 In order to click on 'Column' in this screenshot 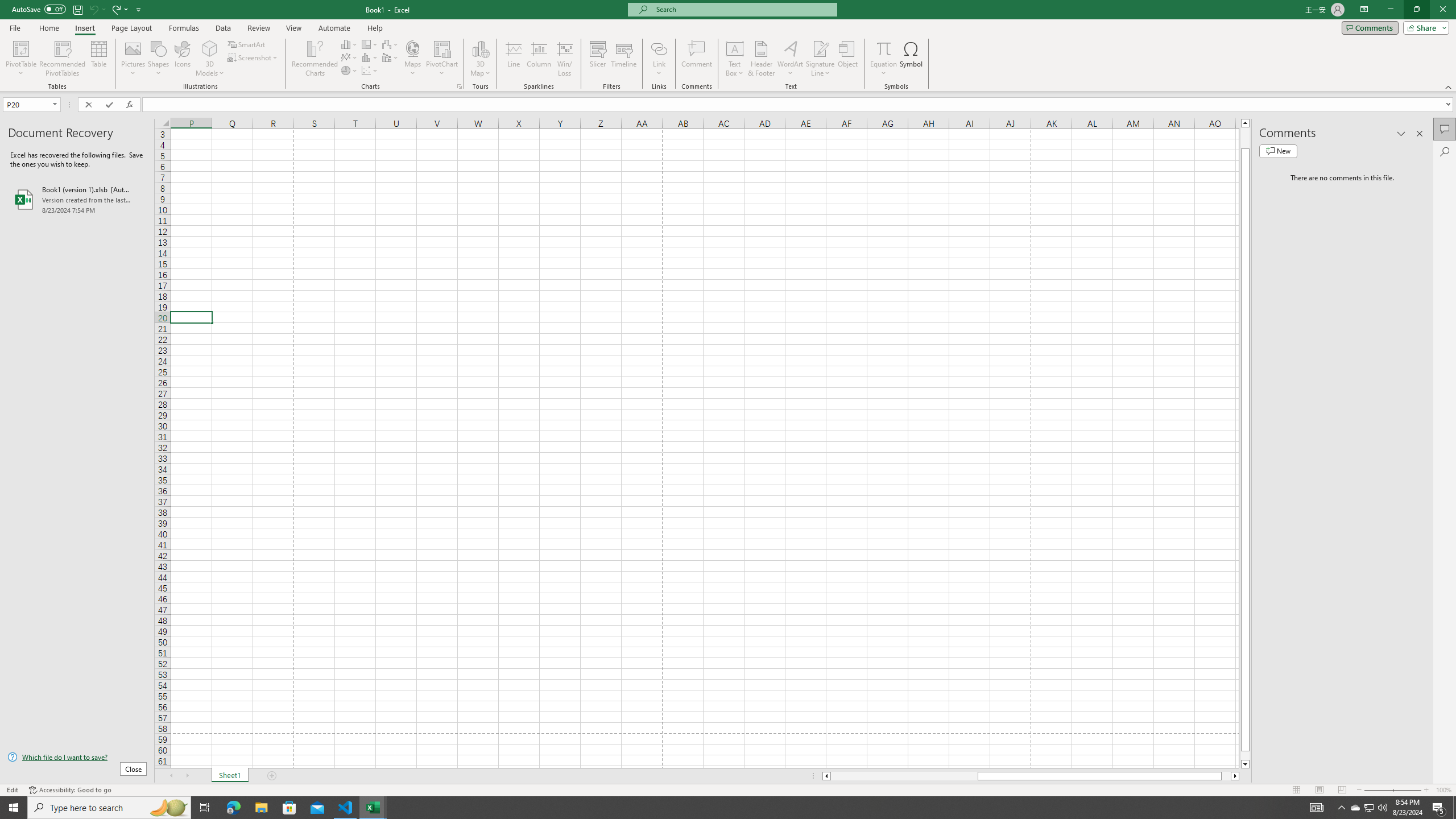, I will do `click(539, 59)`.